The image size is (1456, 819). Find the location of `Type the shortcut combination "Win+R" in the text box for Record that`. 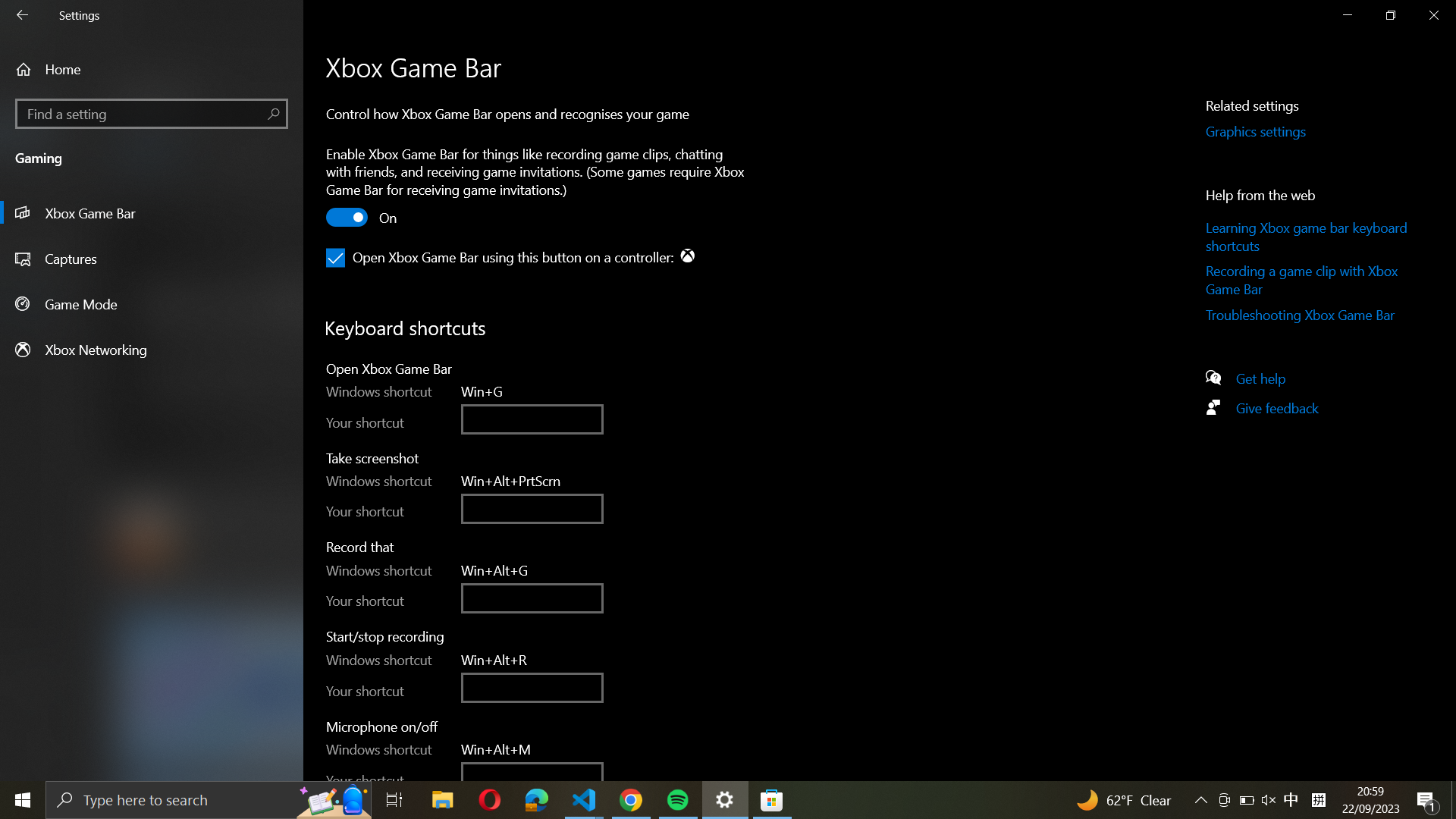

Type the shortcut combination "Win+R" in the text box for Record that is located at coordinates (532, 597).